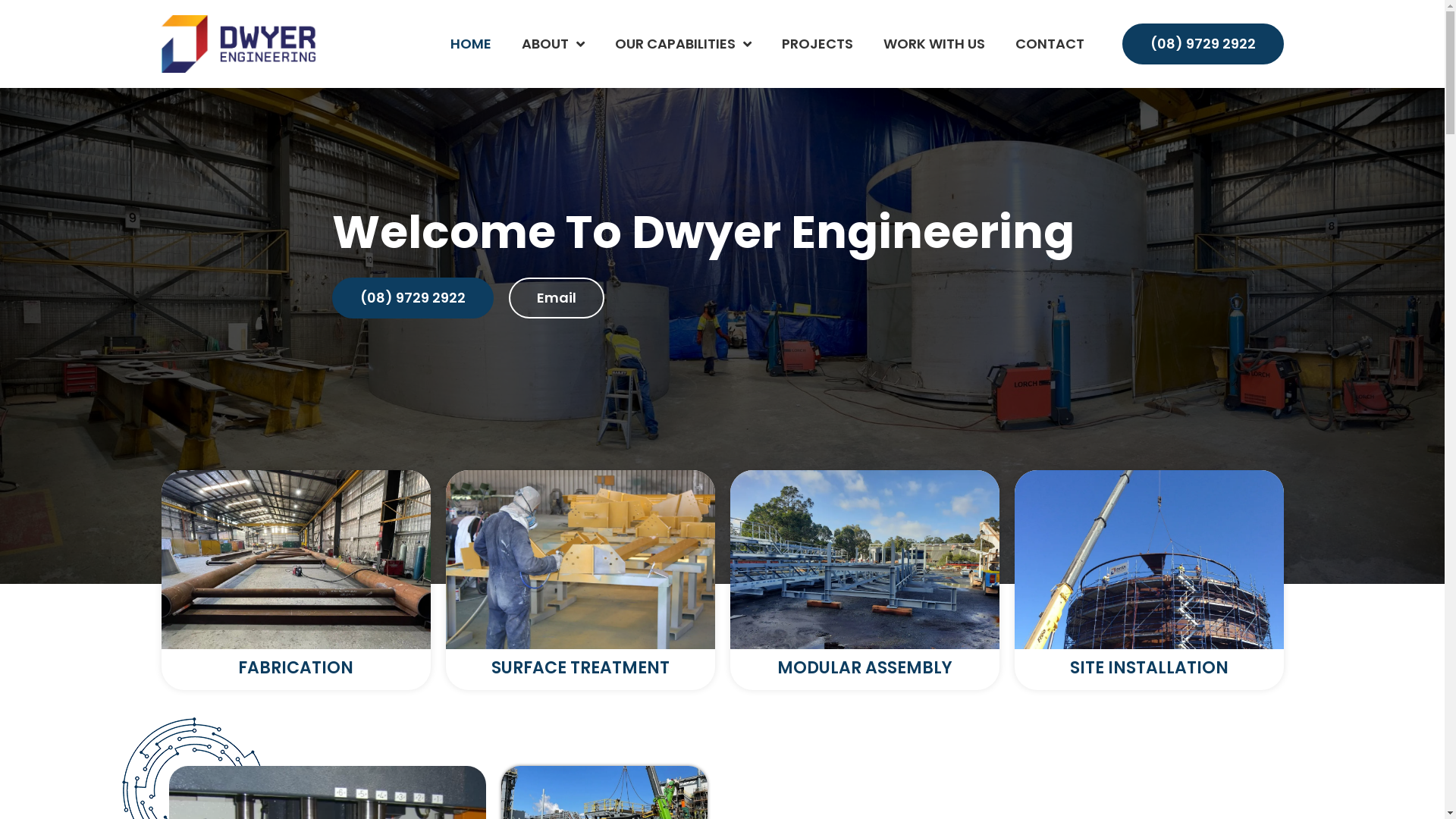  Describe the element at coordinates (552, 42) in the screenshot. I see `'ABOUT'` at that location.